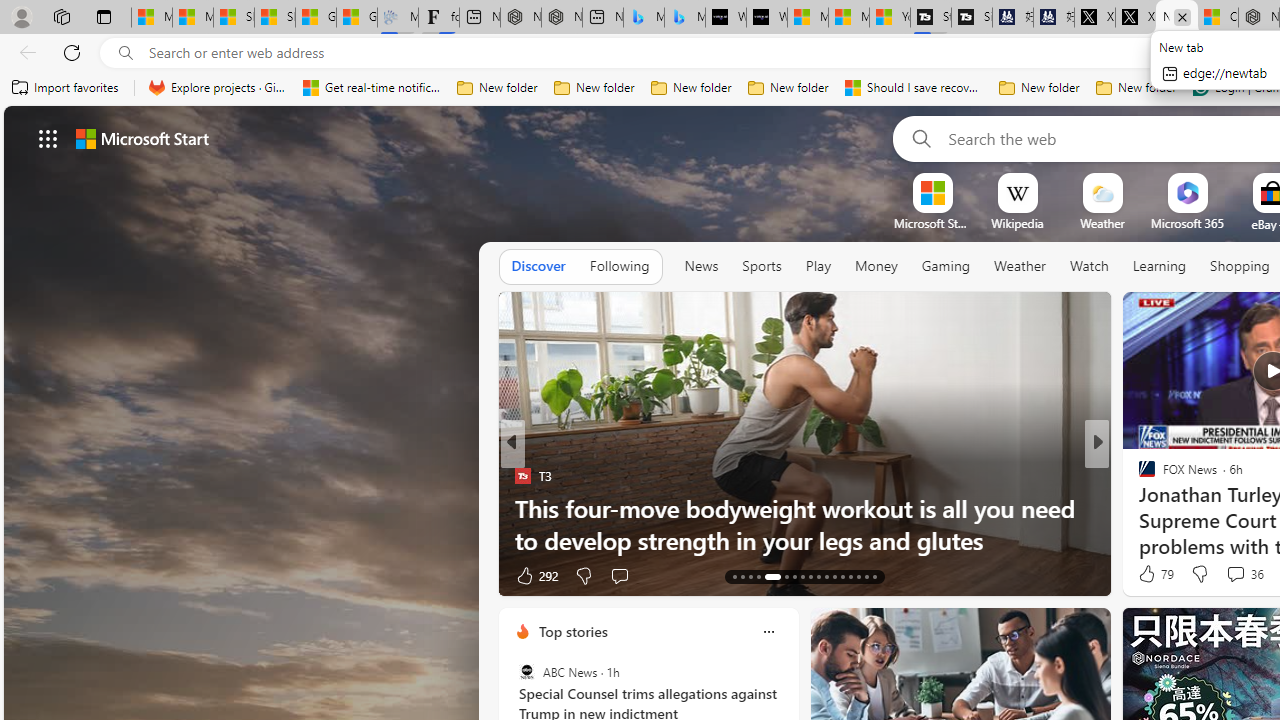  What do you see at coordinates (771, 577) in the screenshot?
I see `'AutomationID: tab-17'` at bounding box center [771, 577].